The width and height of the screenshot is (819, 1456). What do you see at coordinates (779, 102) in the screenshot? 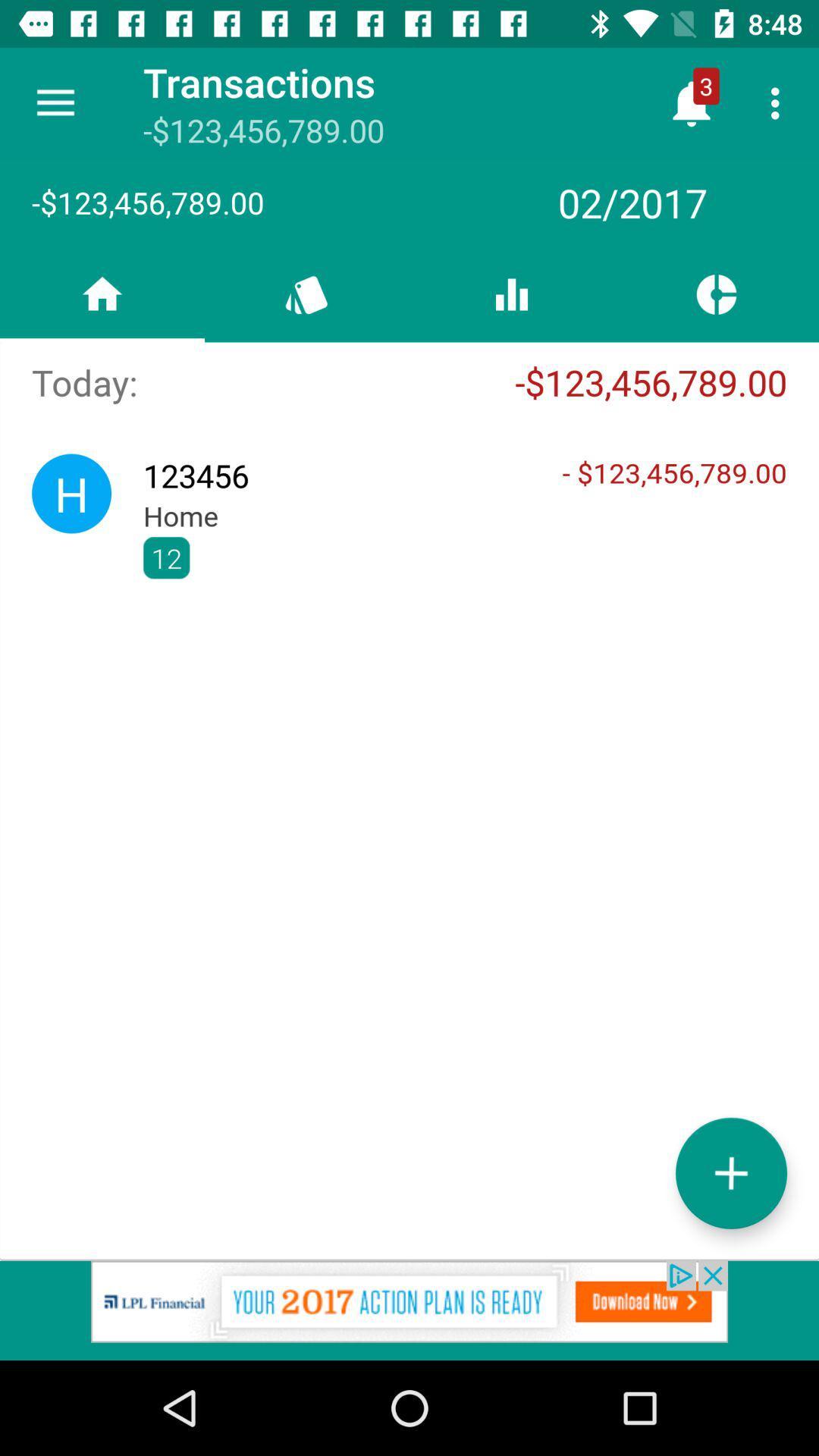
I see `icon above the   item` at bounding box center [779, 102].